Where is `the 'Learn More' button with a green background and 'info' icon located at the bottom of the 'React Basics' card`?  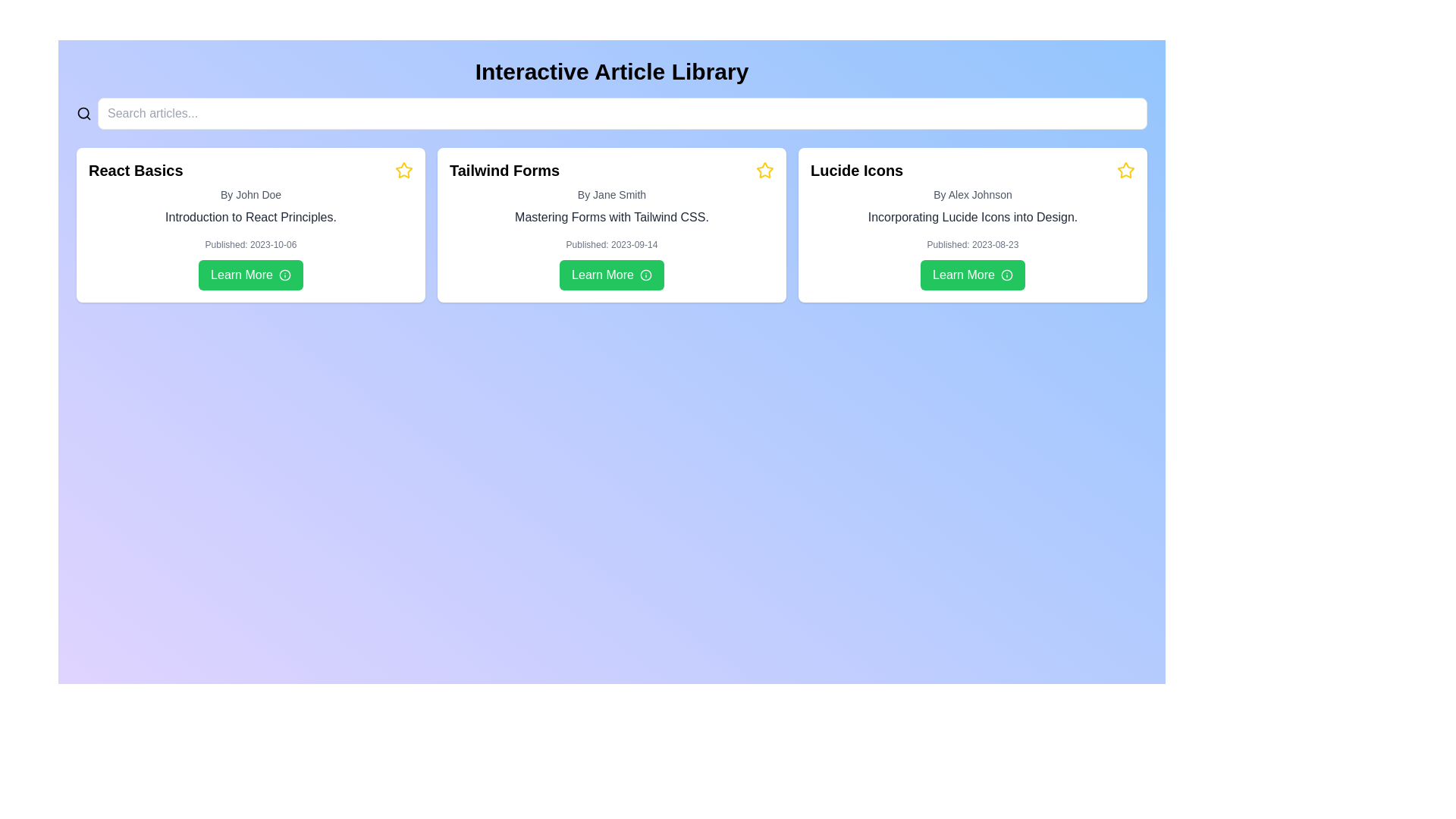 the 'Learn More' button with a green background and 'info' icon located at the bottom of the 'React Basics' card is located at coordinates (251, 275).